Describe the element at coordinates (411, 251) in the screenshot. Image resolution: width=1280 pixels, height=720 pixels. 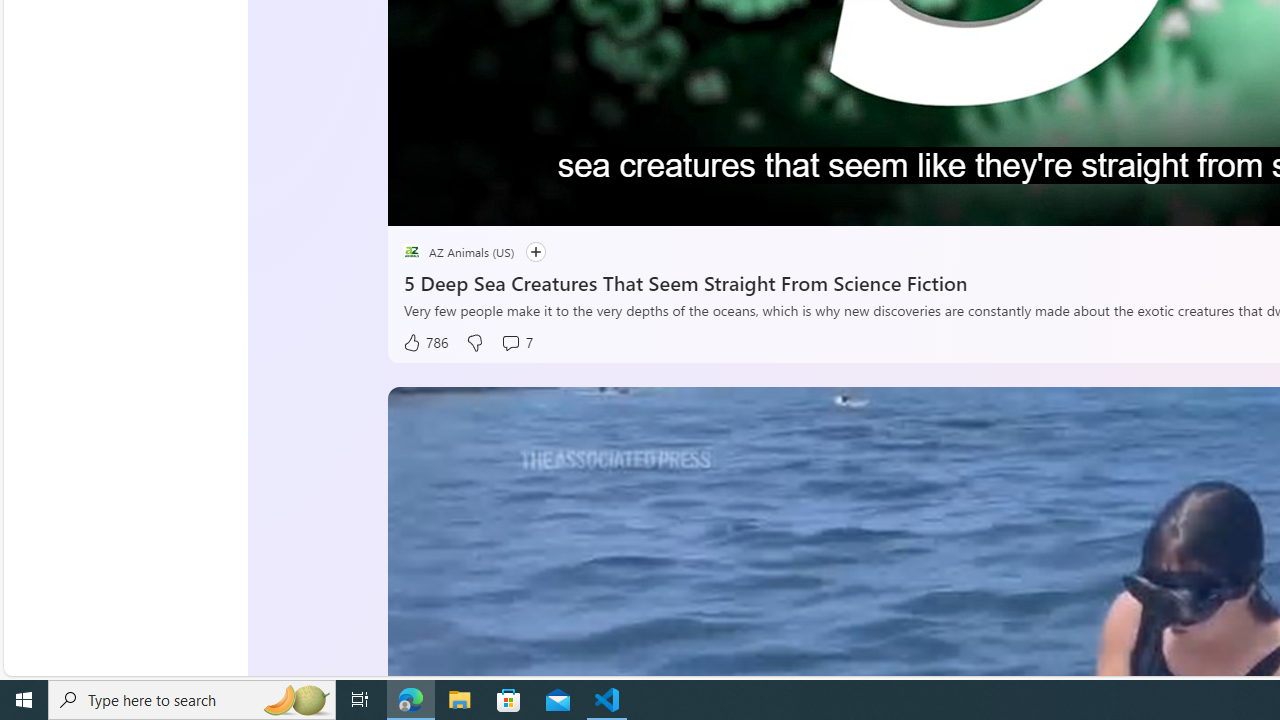
I see `'placeholder'` at that location.